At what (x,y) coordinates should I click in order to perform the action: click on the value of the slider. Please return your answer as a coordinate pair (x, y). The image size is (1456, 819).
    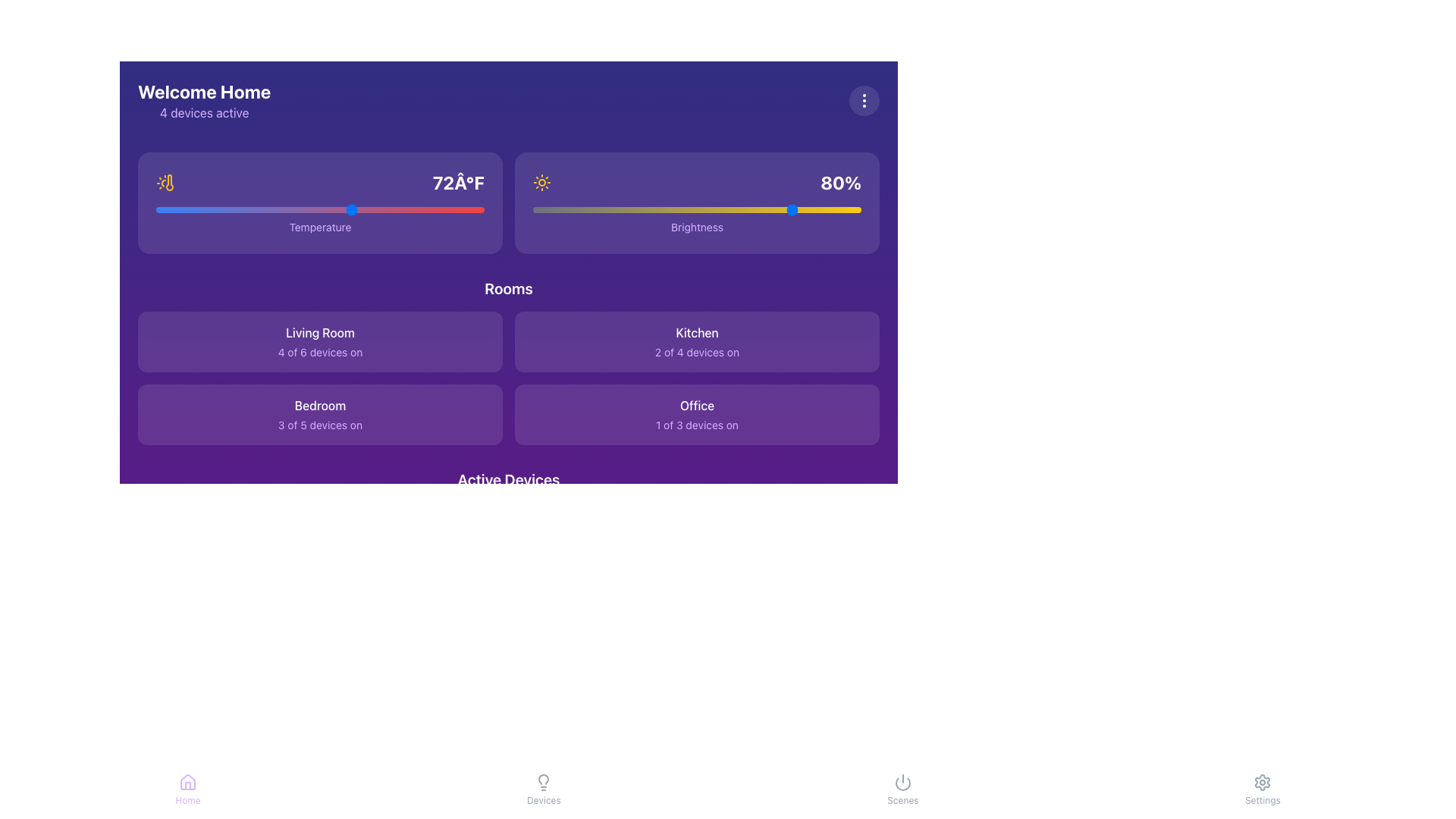
    Looking at the image, I should click on (450, 210).